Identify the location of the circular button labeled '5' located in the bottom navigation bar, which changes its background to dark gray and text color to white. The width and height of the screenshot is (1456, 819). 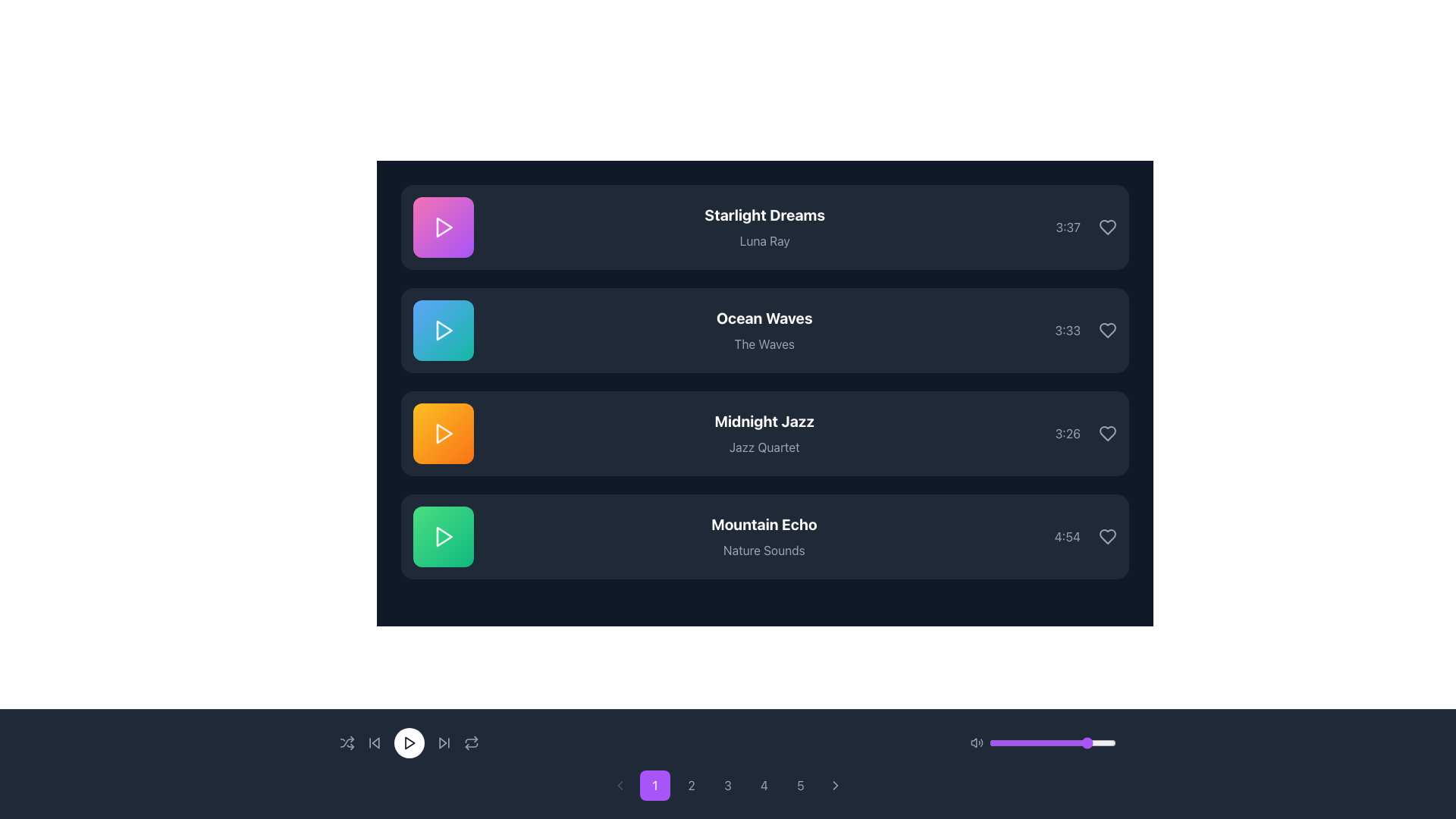
(800, 785).